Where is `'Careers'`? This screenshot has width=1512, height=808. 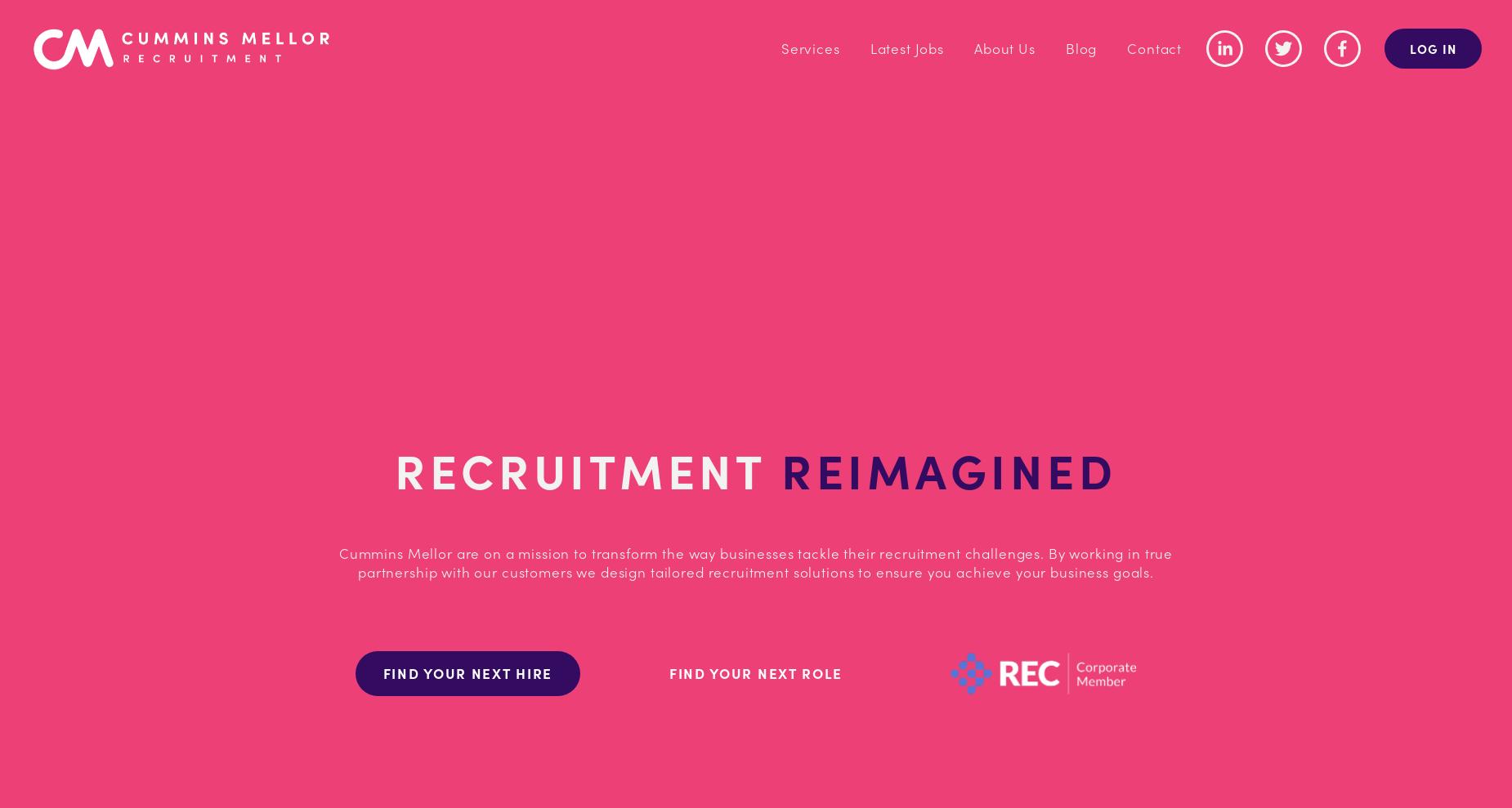 'Careers' is located at coordinates (961, 109).